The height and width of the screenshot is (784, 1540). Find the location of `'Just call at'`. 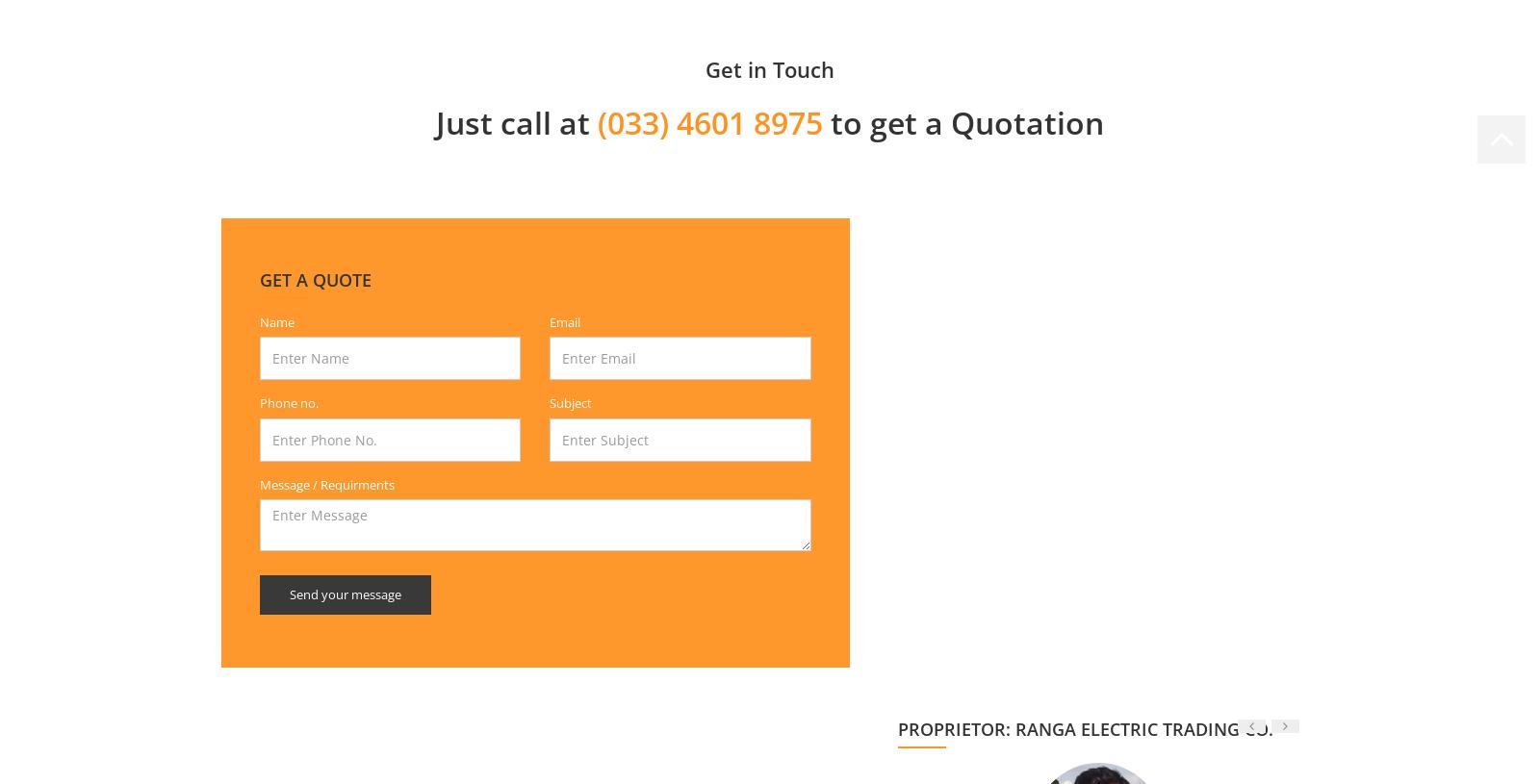

'Just call at' is located at coordinates (515, 120).